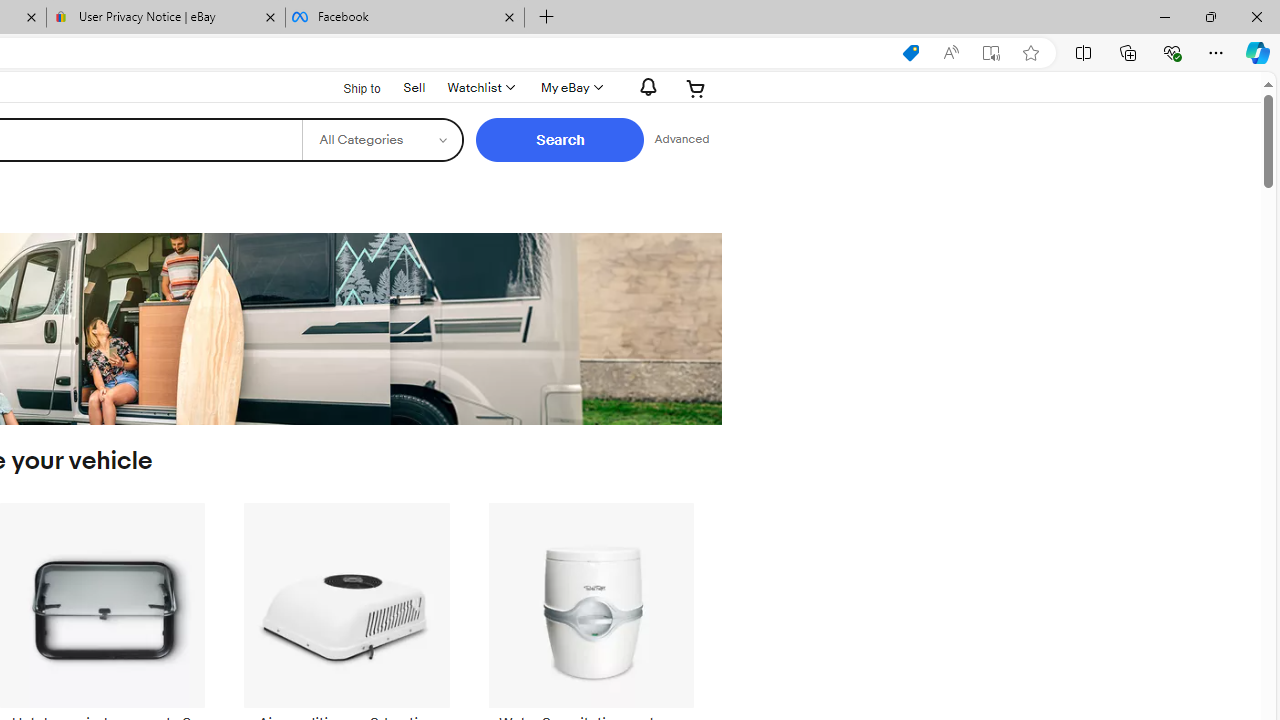  I want to click on 'New Tab', so click(546, 17).